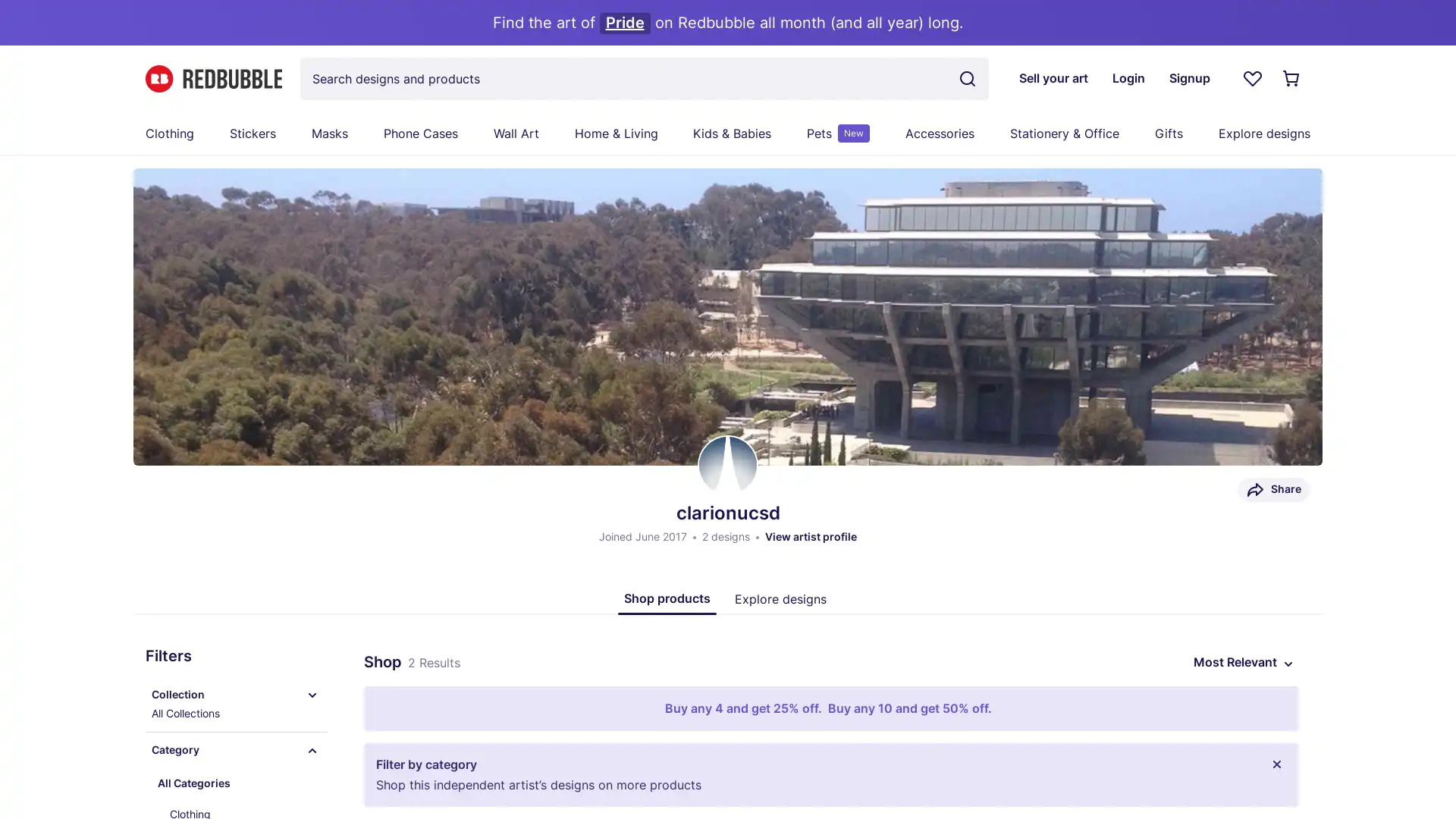  What do you see at coordinates (1274, 489) in the screenshot?
I see `Share` at bounding box center [1274, 489].